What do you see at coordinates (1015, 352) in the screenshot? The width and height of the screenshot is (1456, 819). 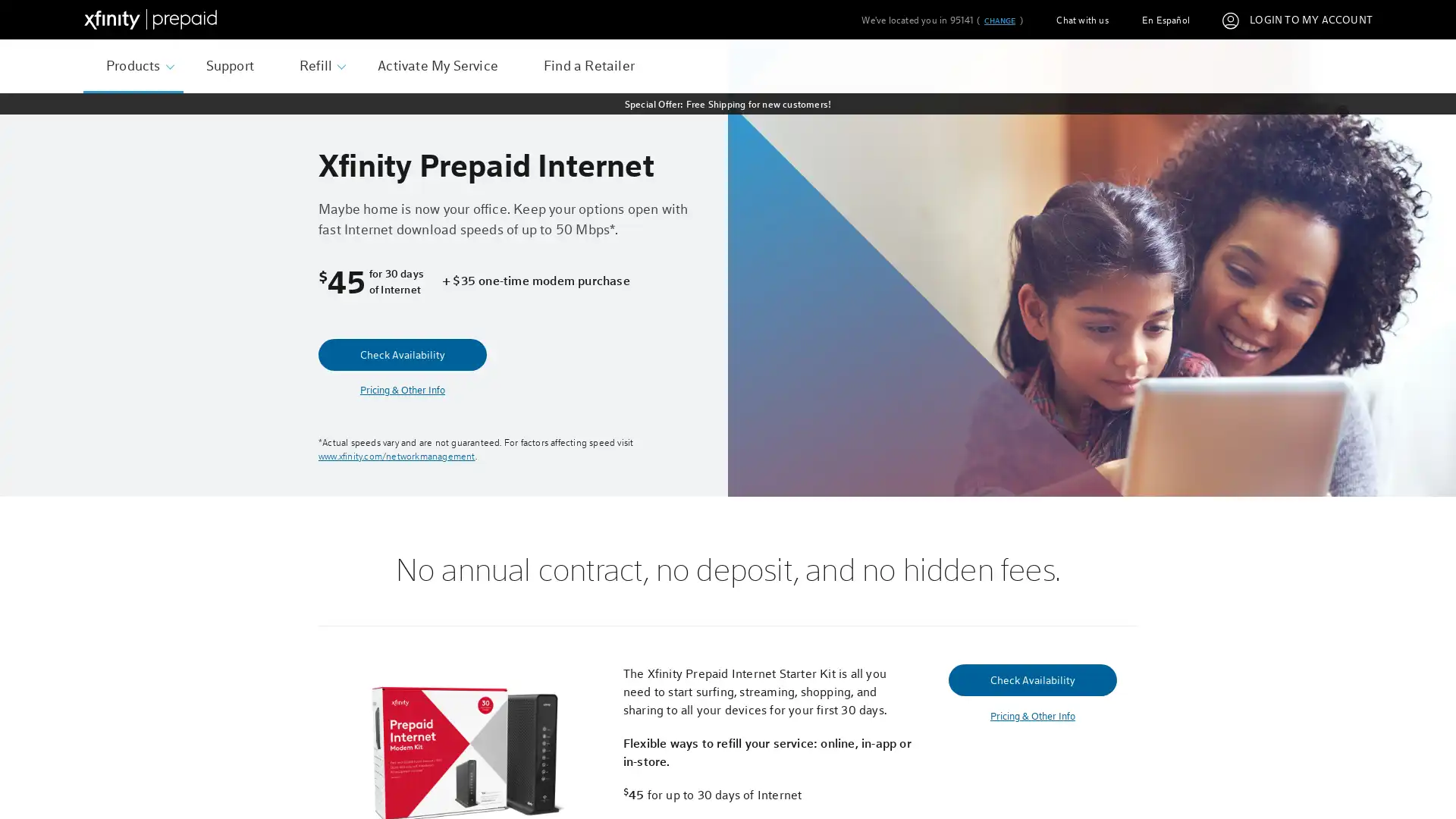 I see `Close this dialog window` at bounding box center [1015, 352].